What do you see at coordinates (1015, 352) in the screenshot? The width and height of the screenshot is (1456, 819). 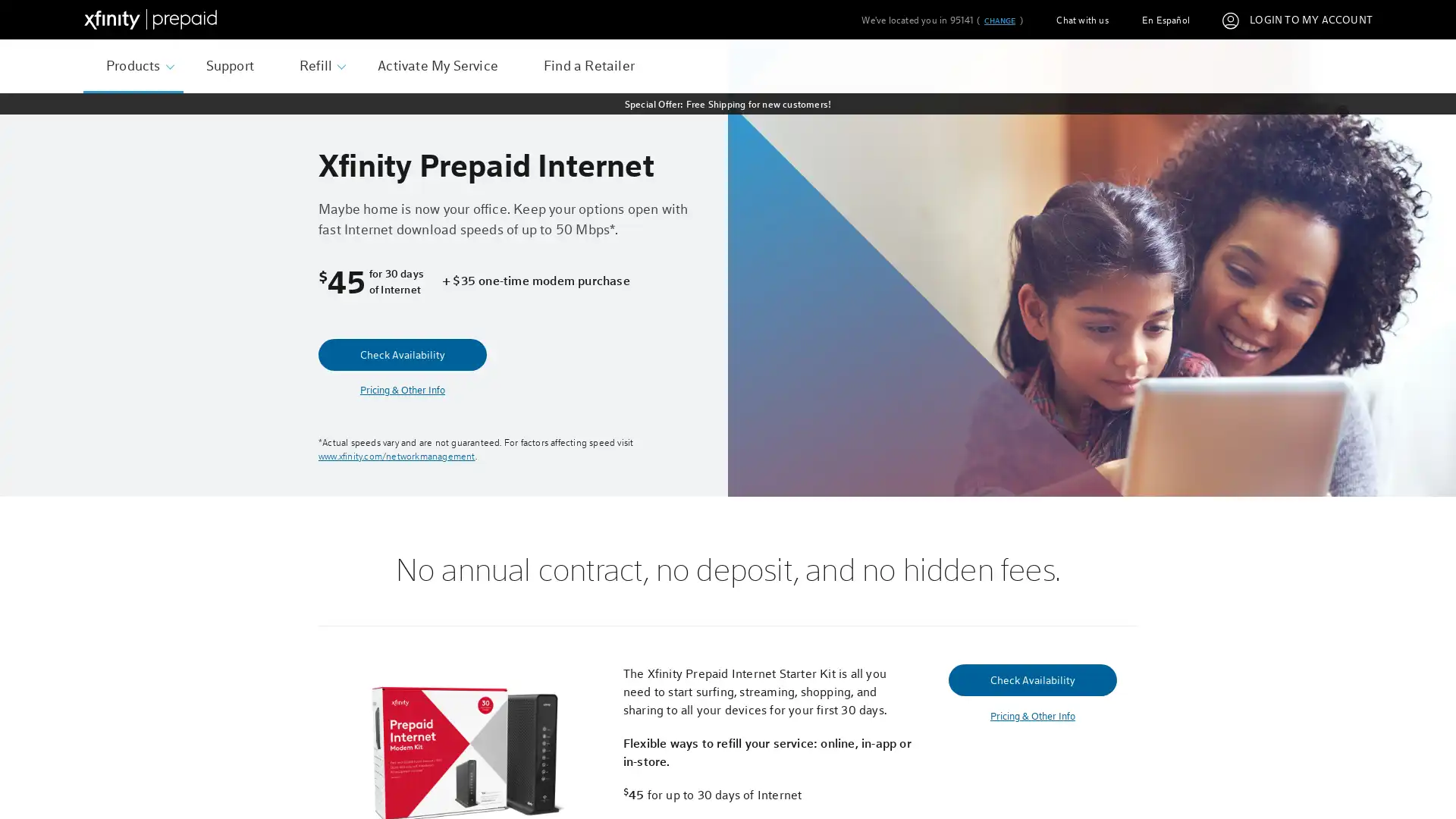 I see `Close this dialog window` at bounding box center [1015, 352].